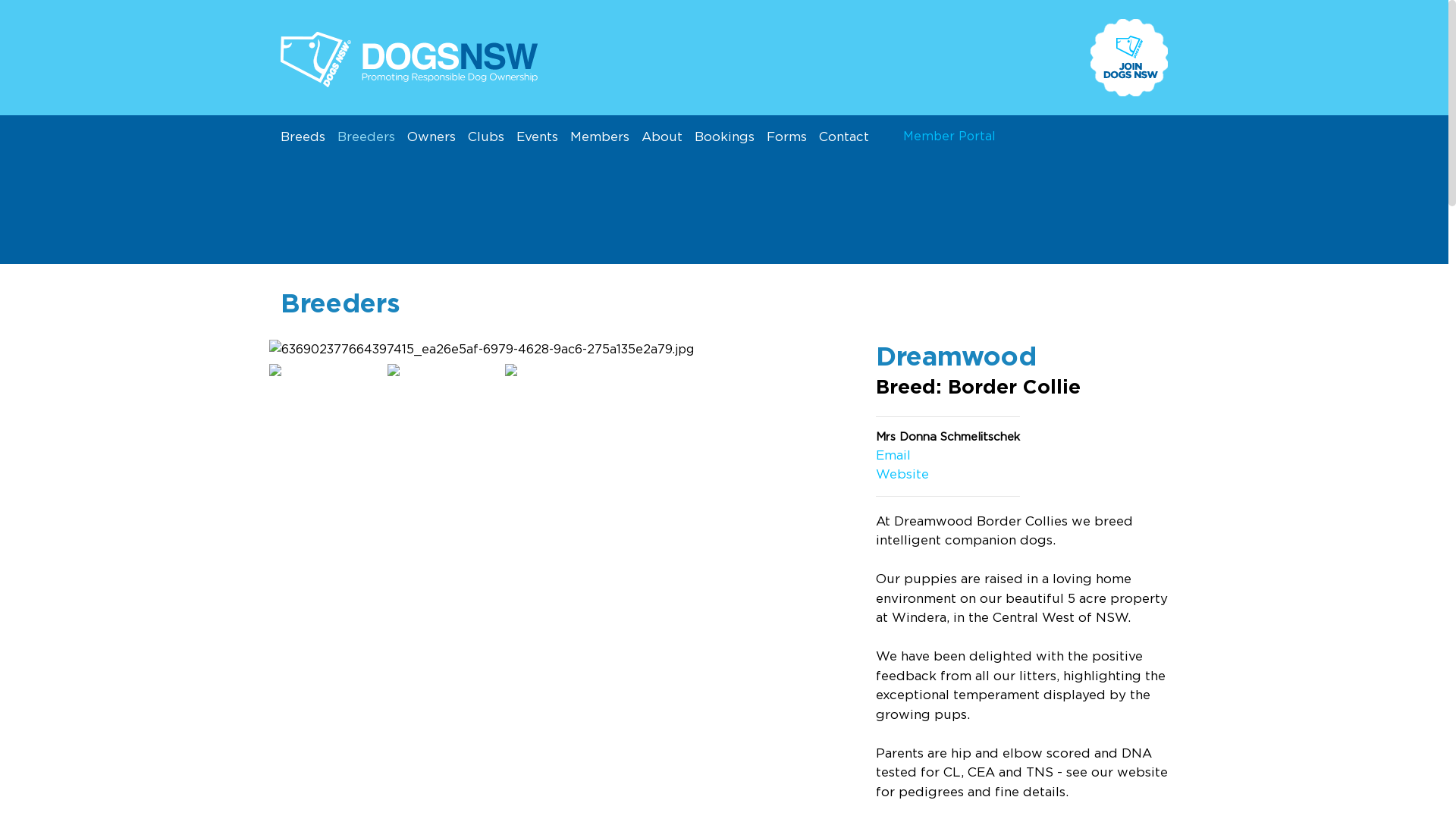  Describe the element at coordinates (893, 453) in the screenshot. I see `'Email'` at that location.